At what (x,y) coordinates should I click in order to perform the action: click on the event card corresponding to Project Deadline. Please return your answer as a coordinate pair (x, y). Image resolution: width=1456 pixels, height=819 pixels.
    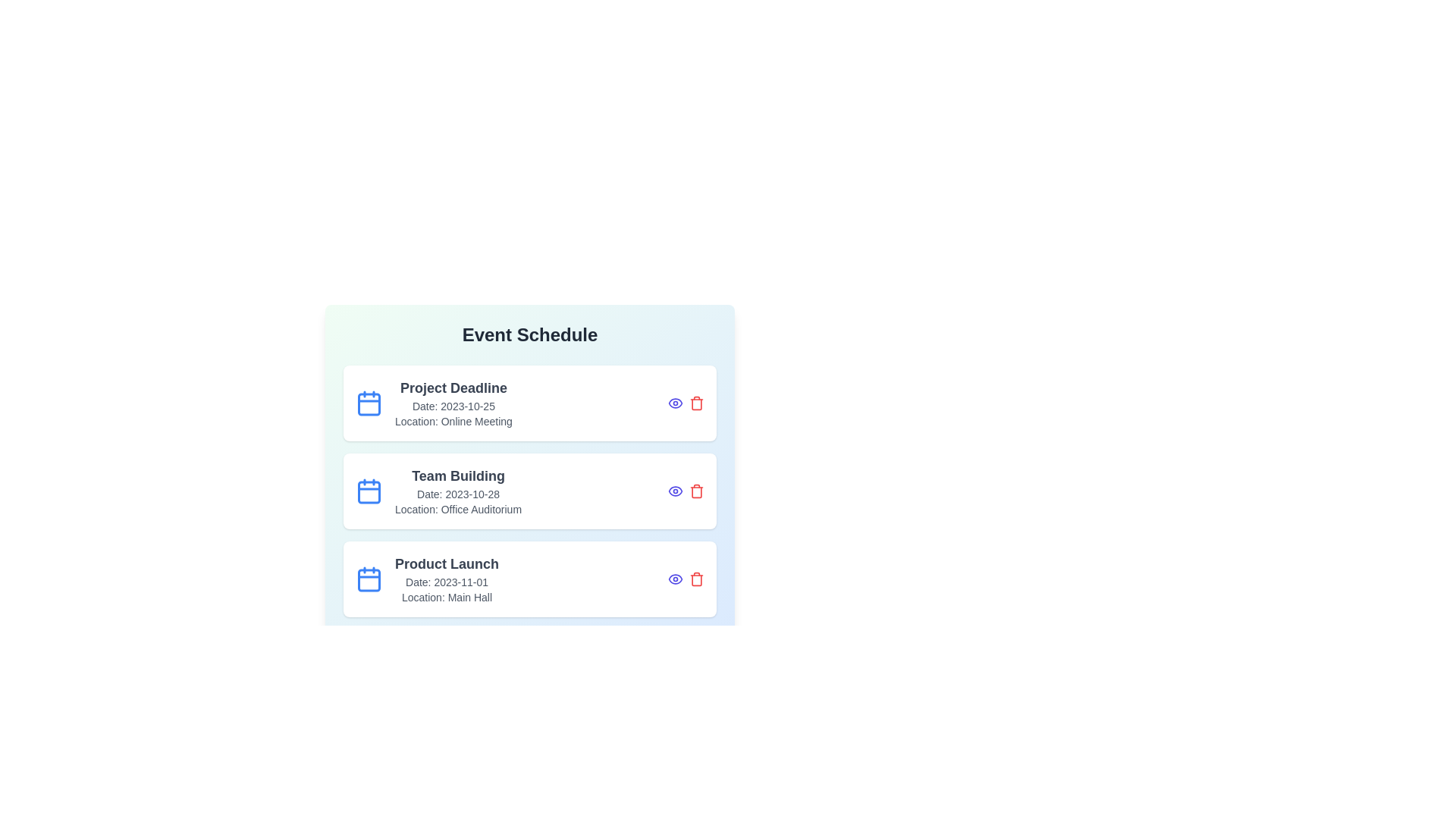
    Looking at the image, I should click on (530, 403).